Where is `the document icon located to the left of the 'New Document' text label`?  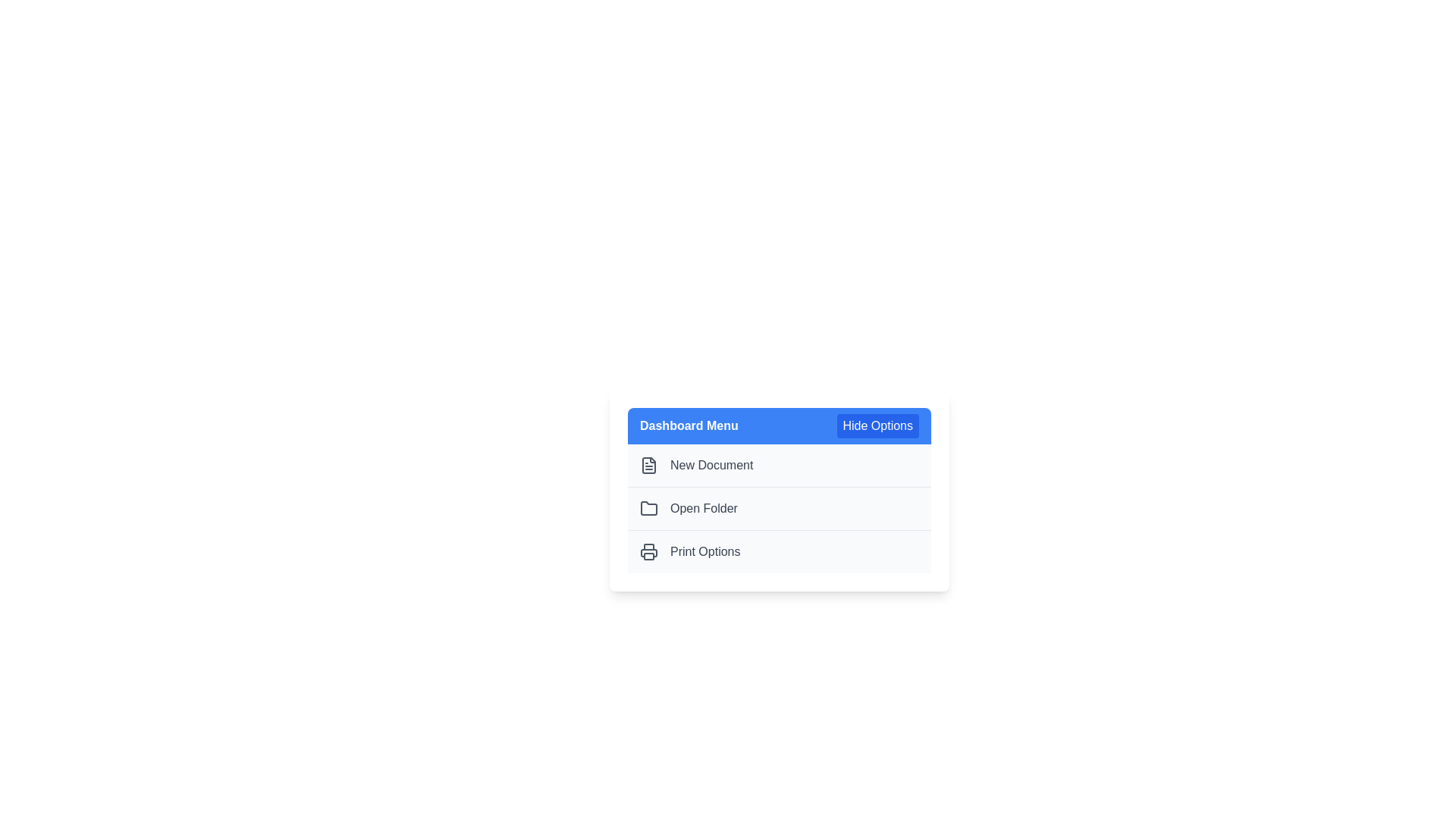 the document icon located to the left of the 'New Document' text label is located at coordinates (648, 464).